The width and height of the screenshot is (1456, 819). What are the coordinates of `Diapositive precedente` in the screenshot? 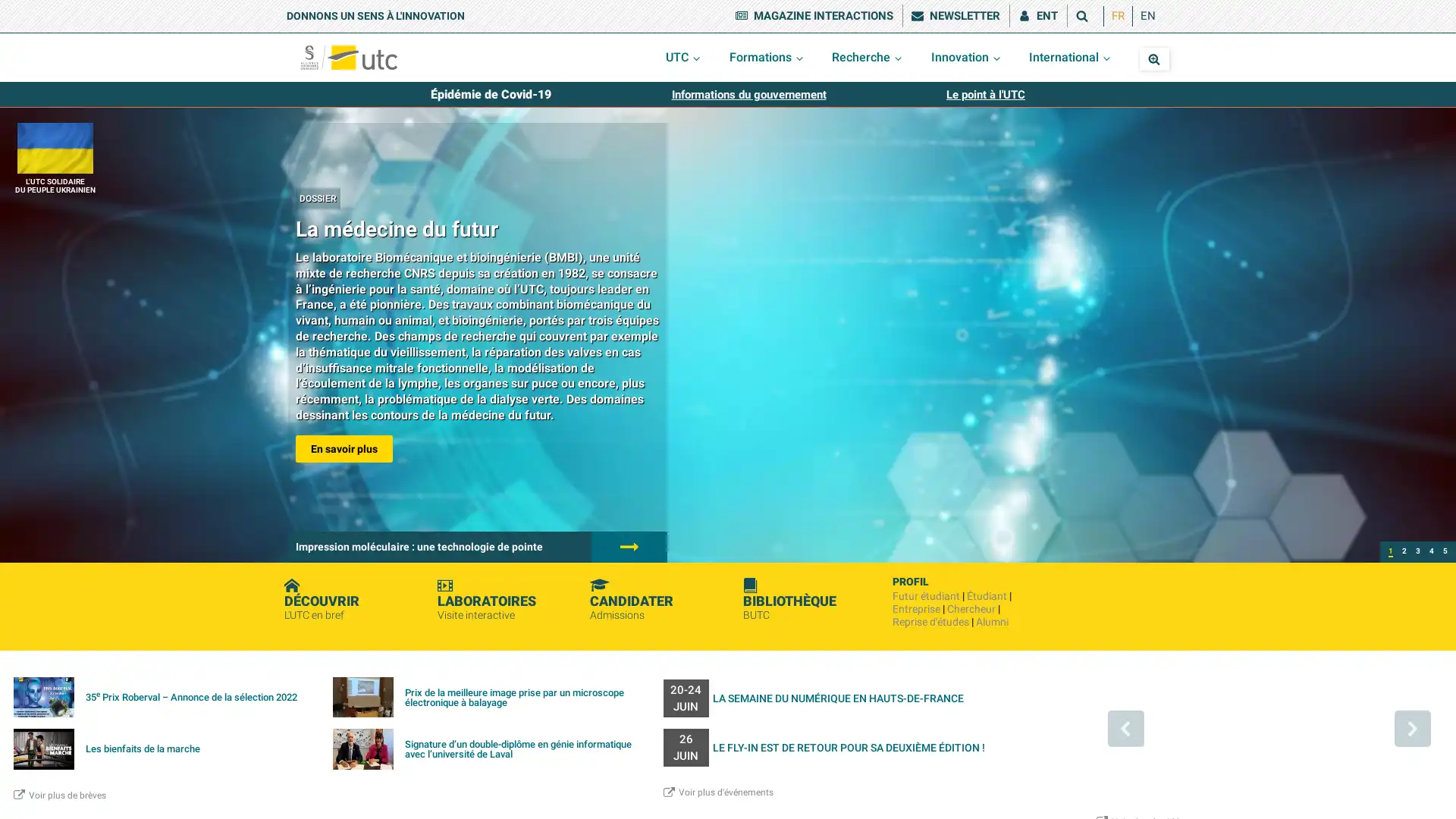 It's located at (1125, 727).